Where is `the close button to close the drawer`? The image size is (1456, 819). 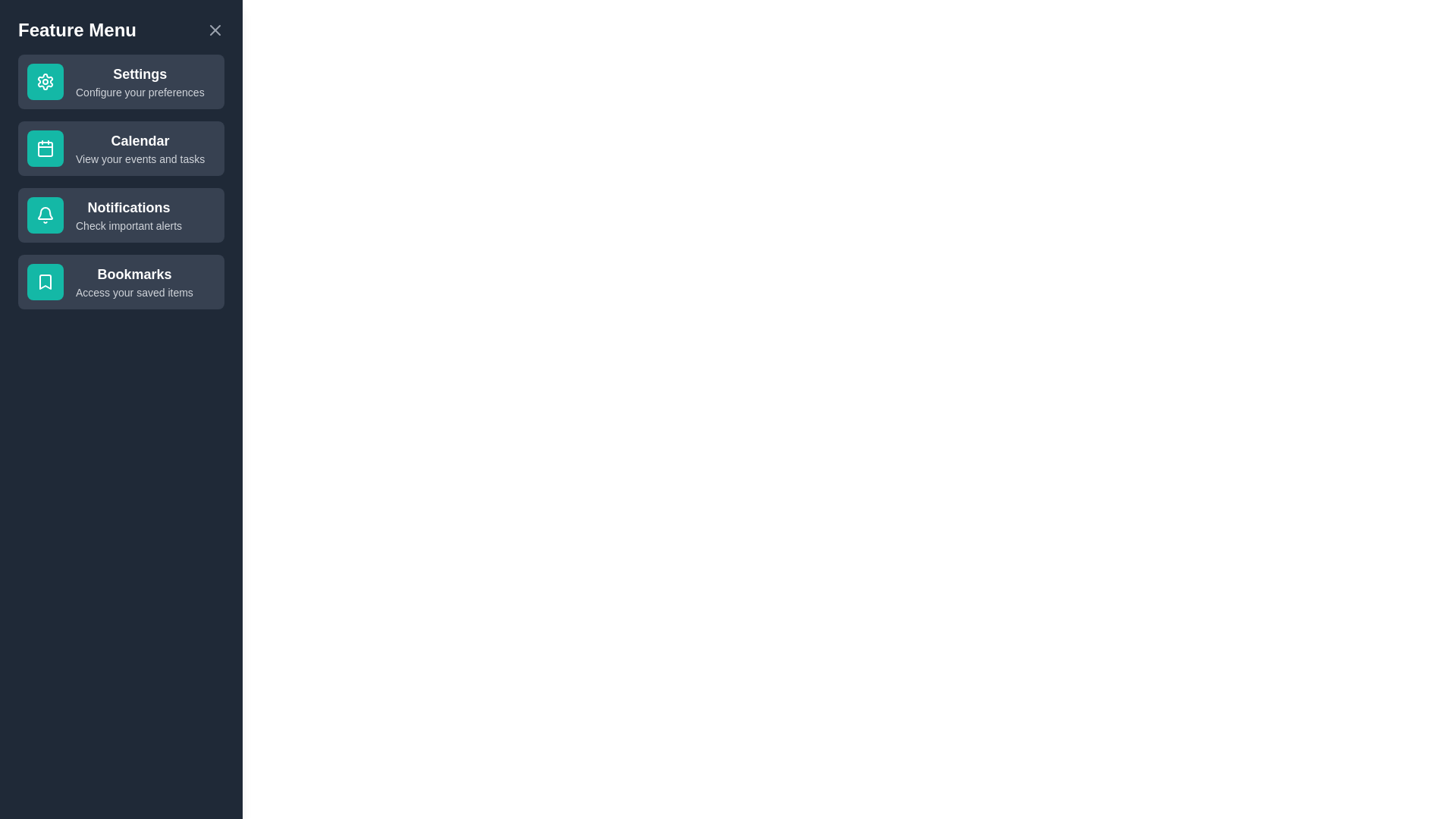
the close button to close the drawer is located at coordinates (214, 30).